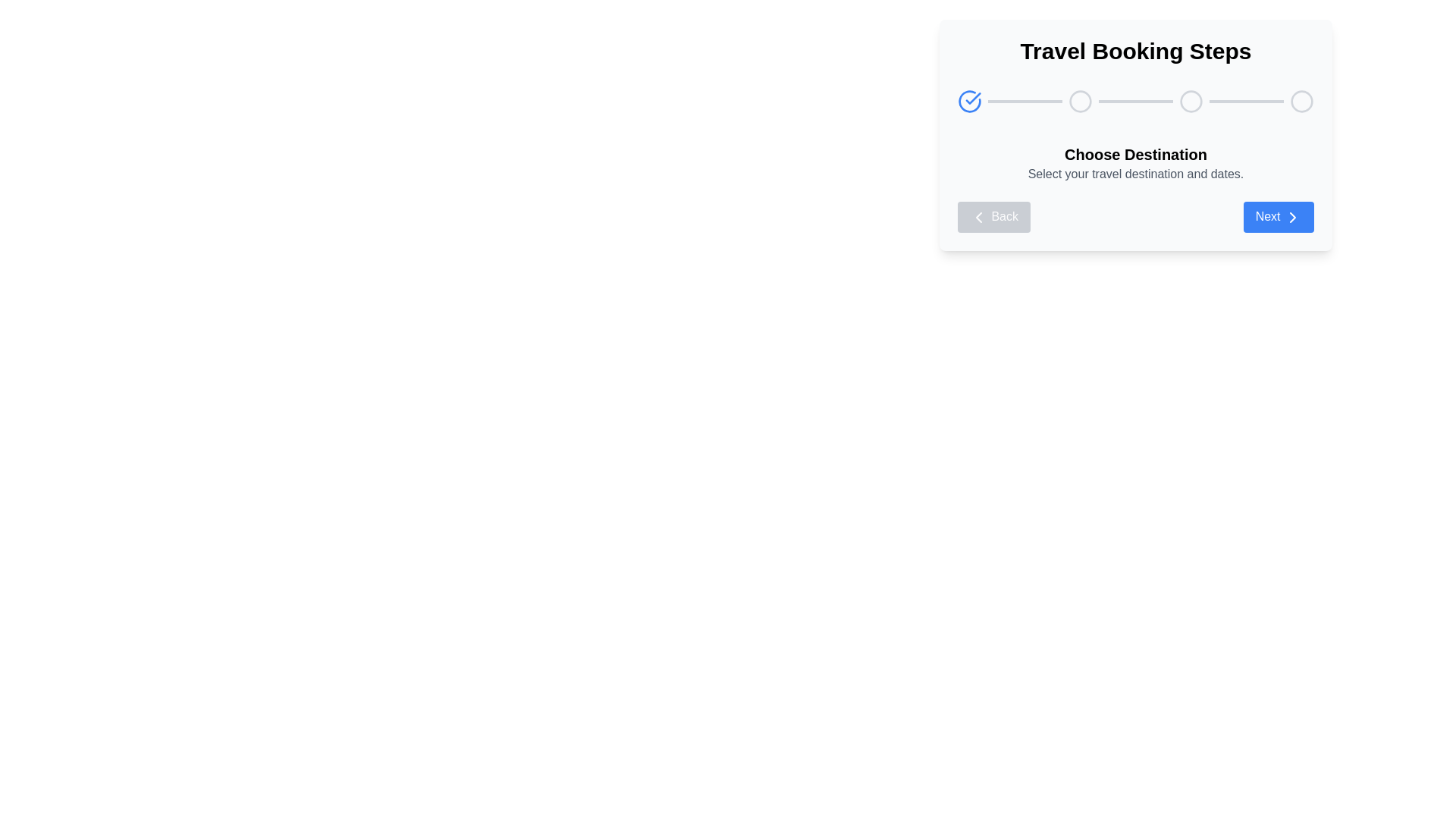 The image size is (1456, 819). What do you see at coordinates (1135, 174) in the screenshot?
I see `the text label displaying 'Select your travel destination and dates.' which is located below the headline 'Choose Destination' in the 'Travel Booking Steps' panel` at bounding box center [1135, 174].